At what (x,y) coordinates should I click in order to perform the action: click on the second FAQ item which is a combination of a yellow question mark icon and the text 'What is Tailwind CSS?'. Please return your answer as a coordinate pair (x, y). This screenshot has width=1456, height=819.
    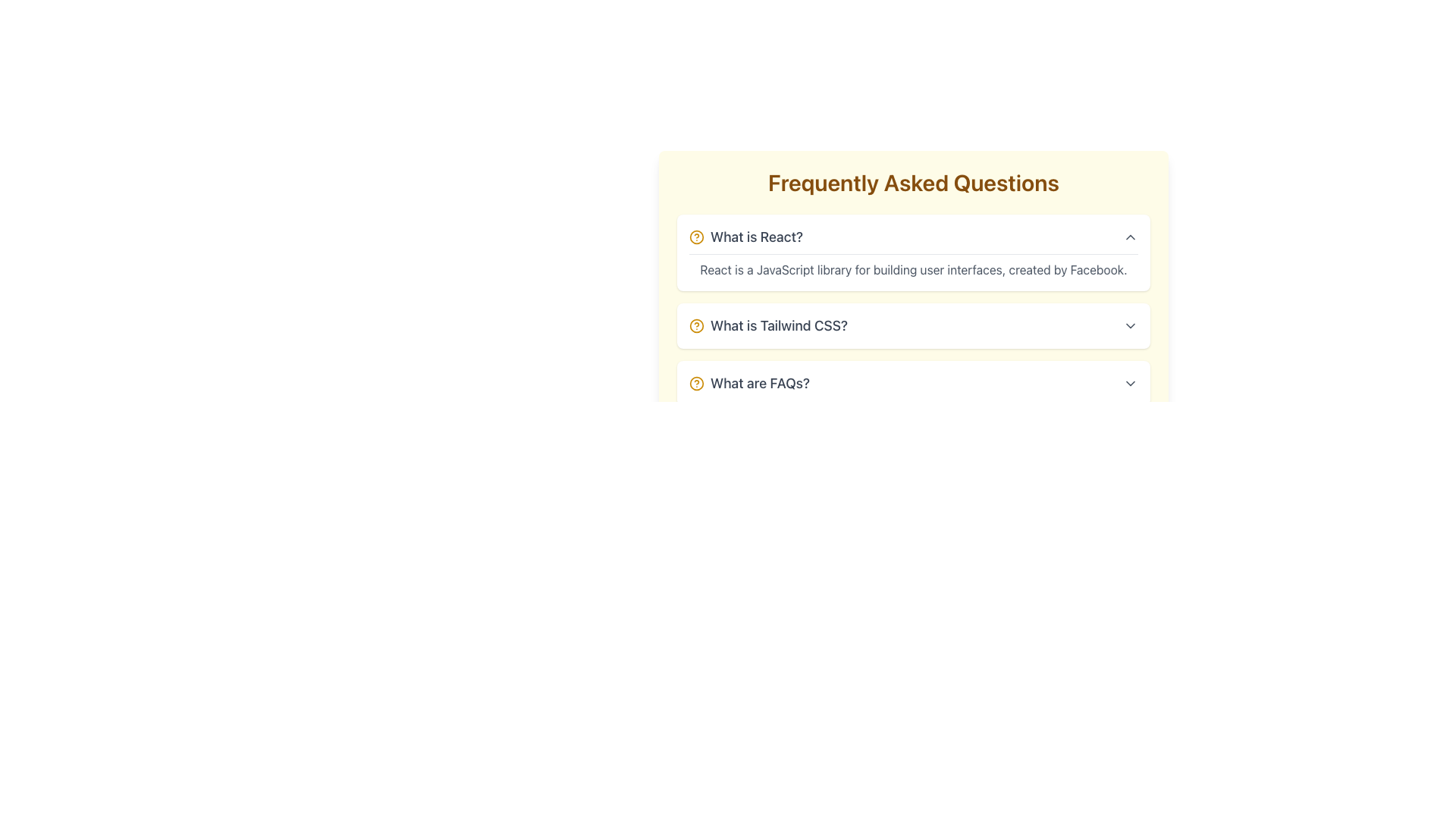
    Looking at the image, I should click on (768, 325).